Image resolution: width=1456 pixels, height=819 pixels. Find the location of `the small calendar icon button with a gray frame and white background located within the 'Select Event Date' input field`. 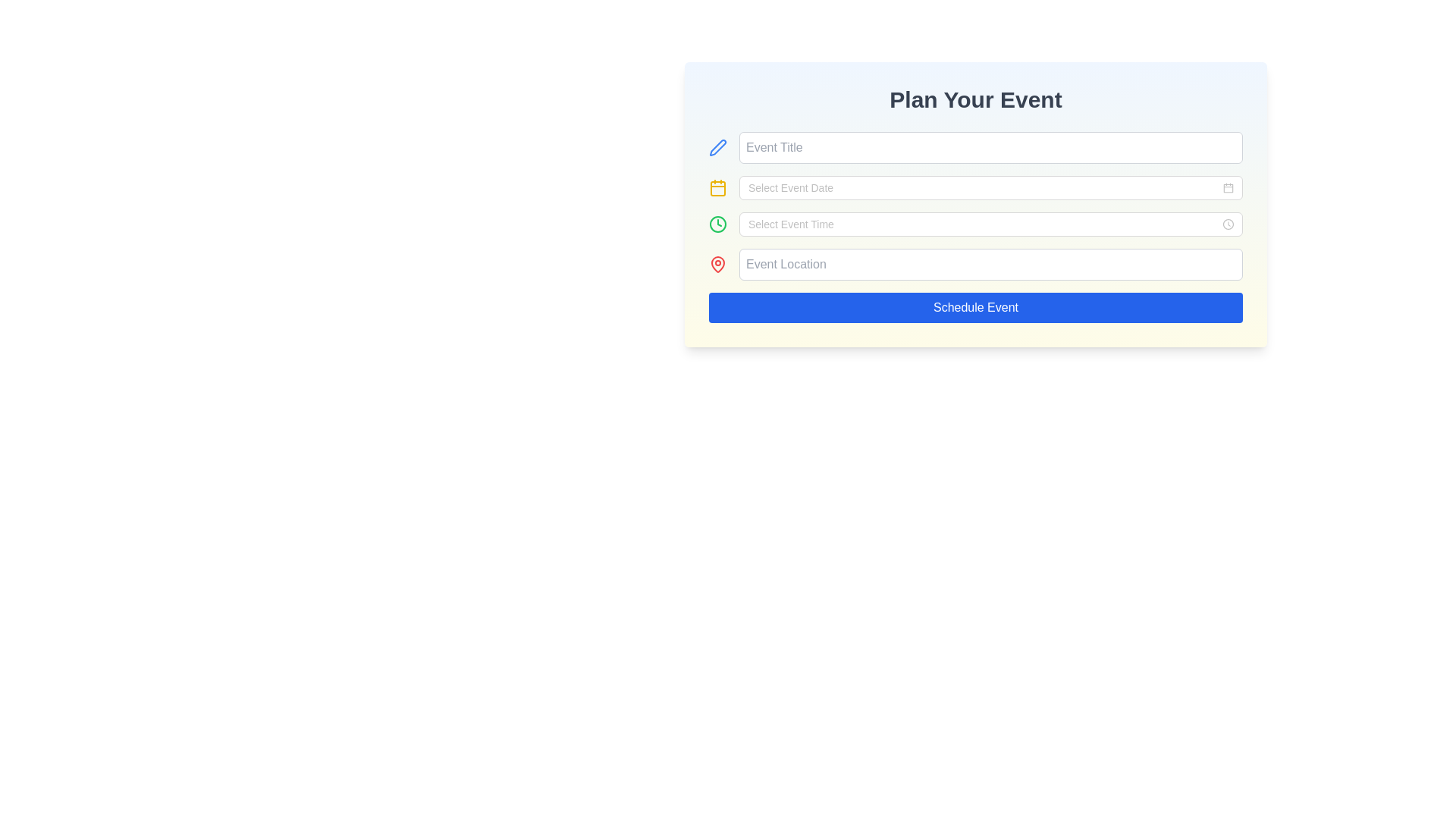

the small calendar icon button with a gray frame and white background located within the 'Select Event Date' input field is located at coordinates (1228, 187).